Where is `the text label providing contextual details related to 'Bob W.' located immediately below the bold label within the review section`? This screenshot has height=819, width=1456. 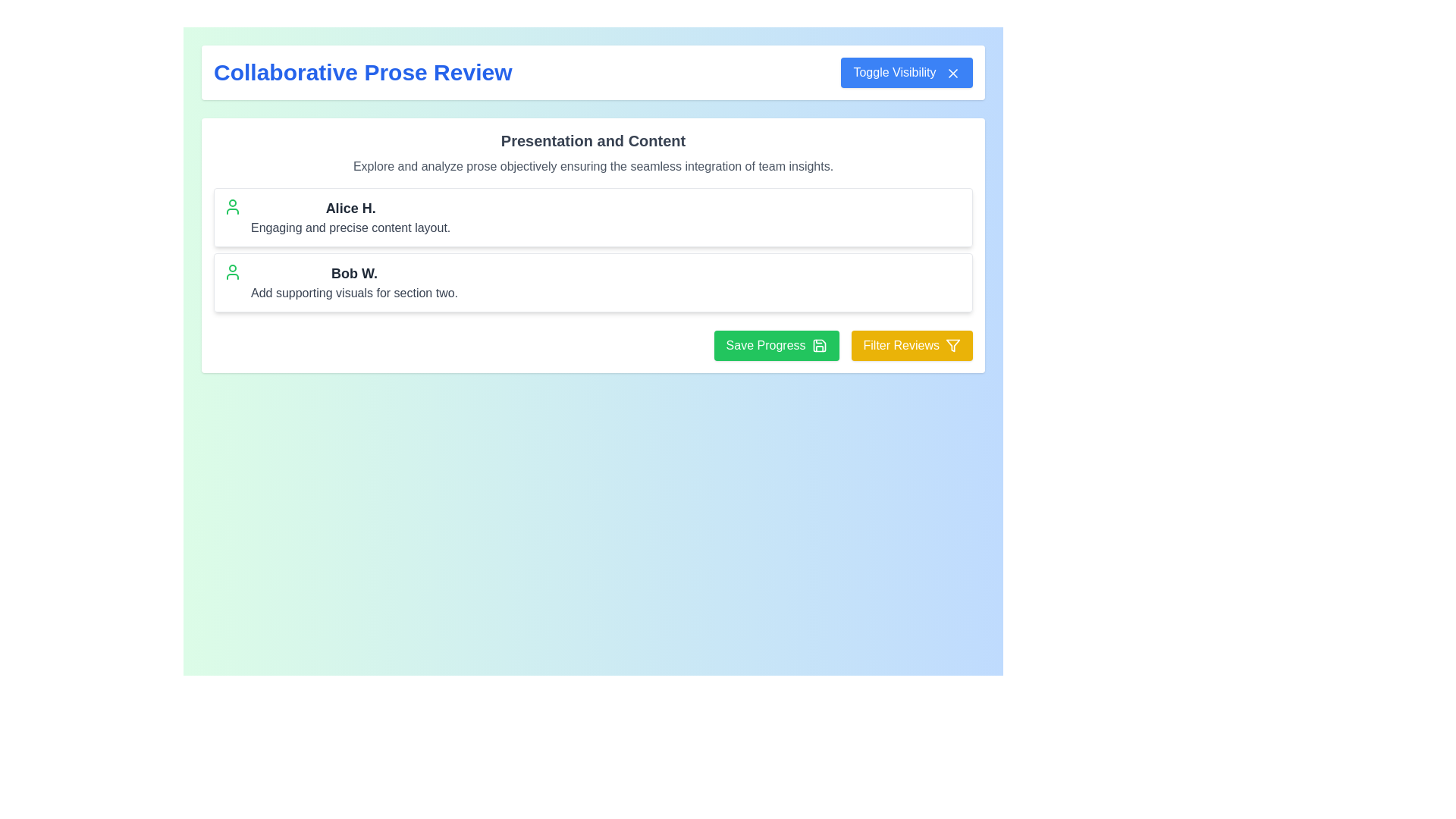 the text label providing contextual details related to 'Bob W.' located immediately below the bold label within the review section is located at coordinates (353, 293).